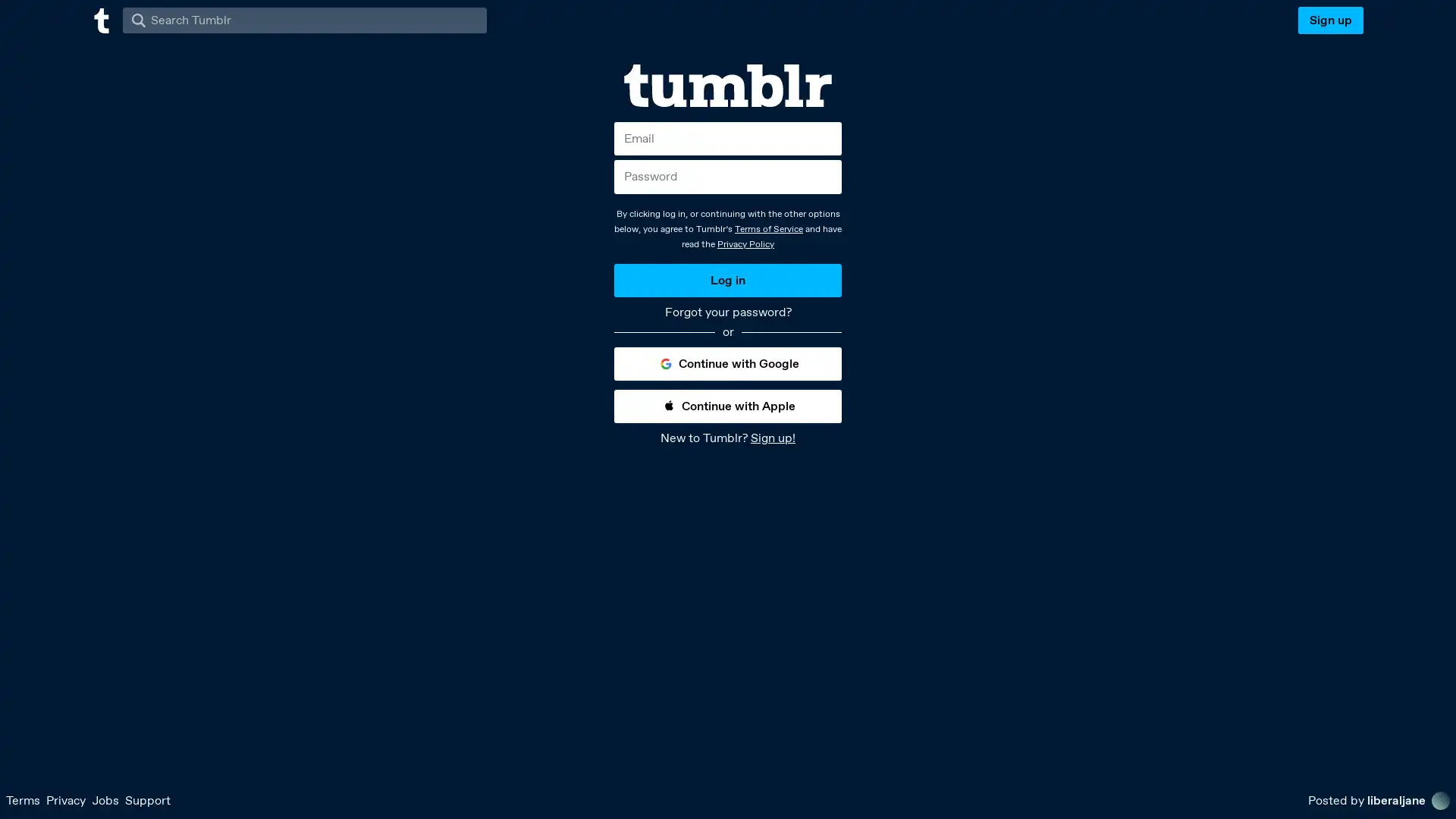 The height and width of the screenshot is (819, 1456). I want to click on Scroll to top, so click(1426, 802).